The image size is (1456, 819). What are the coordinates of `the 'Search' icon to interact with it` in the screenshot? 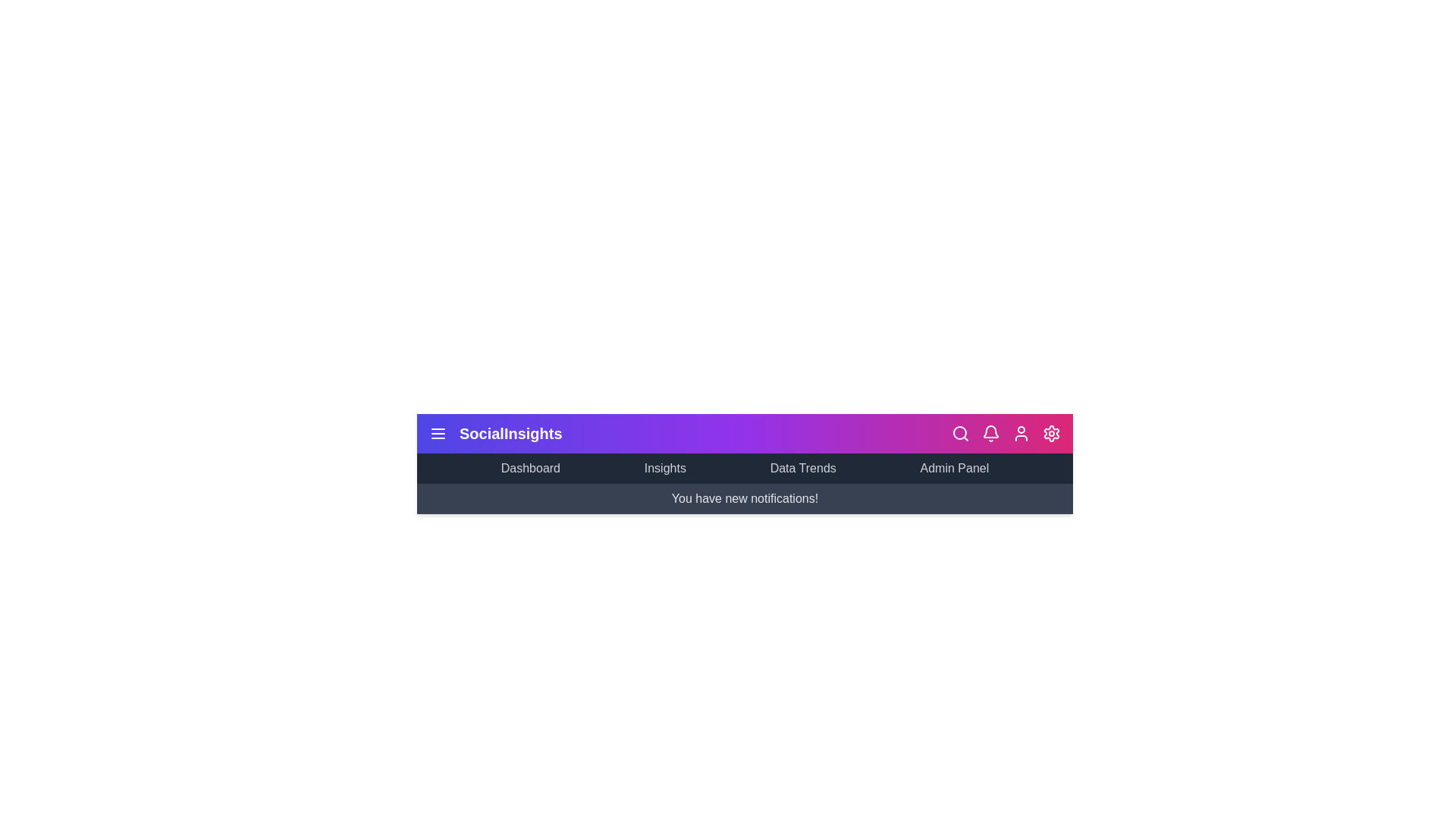 It's located at (960, 433).